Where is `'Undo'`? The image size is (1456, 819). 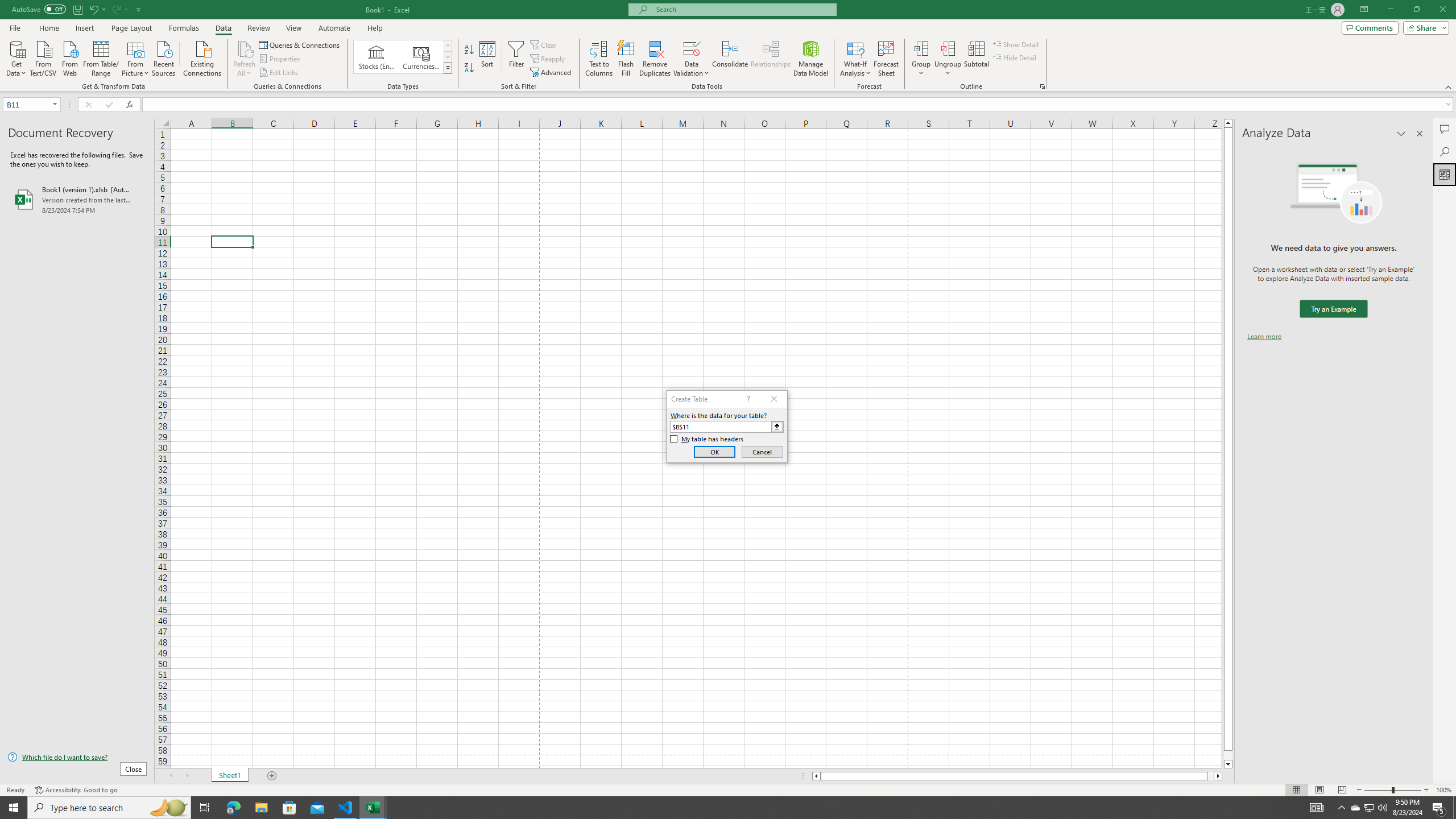
'Undo' is located at coordinates (93, 9).